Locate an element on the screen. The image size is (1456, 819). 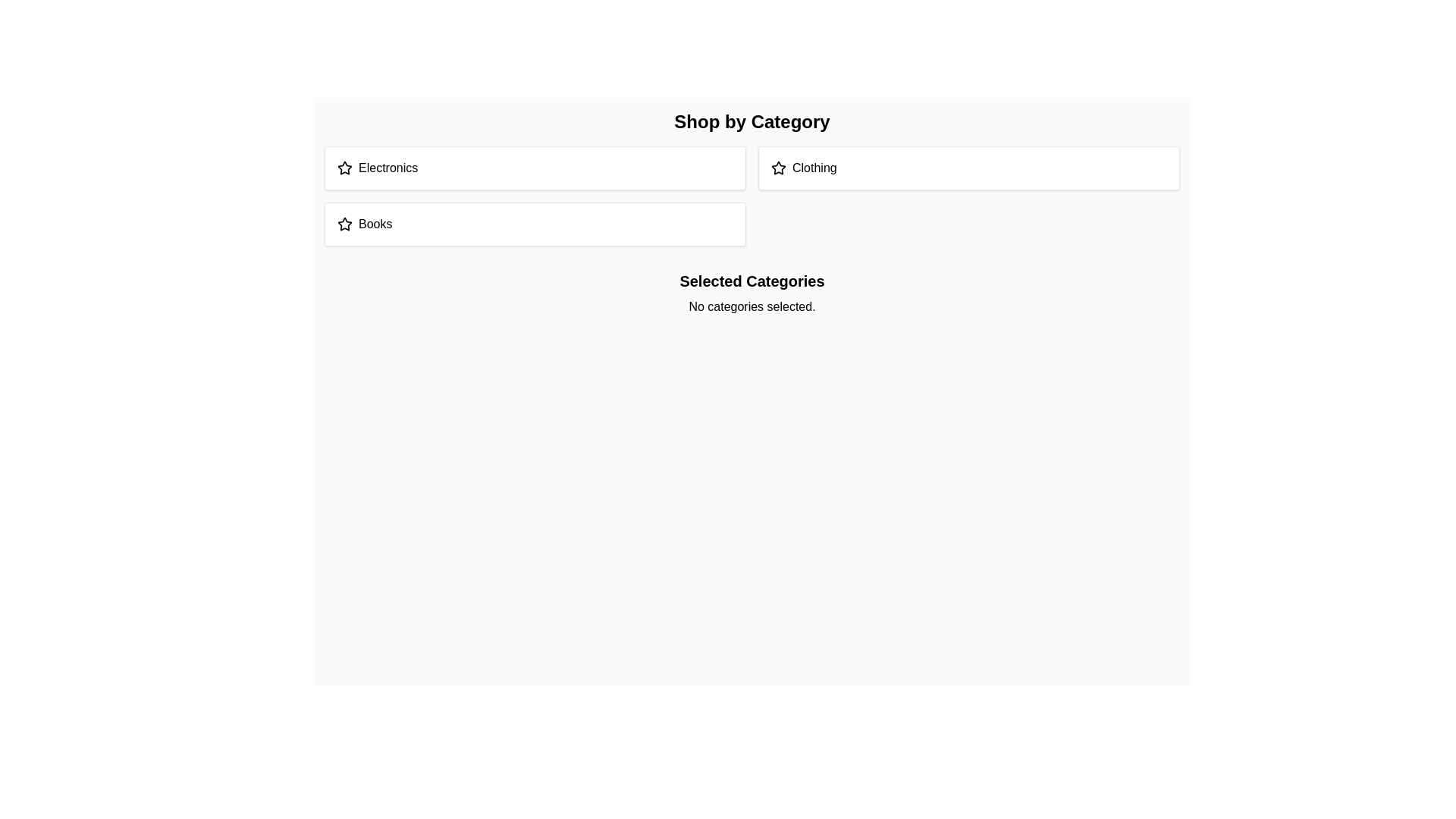
the text heading 'Shop by Category', which is a bold, large-sized label located at the top of the interface and centered horizontally is located at coordinates (752, 121).